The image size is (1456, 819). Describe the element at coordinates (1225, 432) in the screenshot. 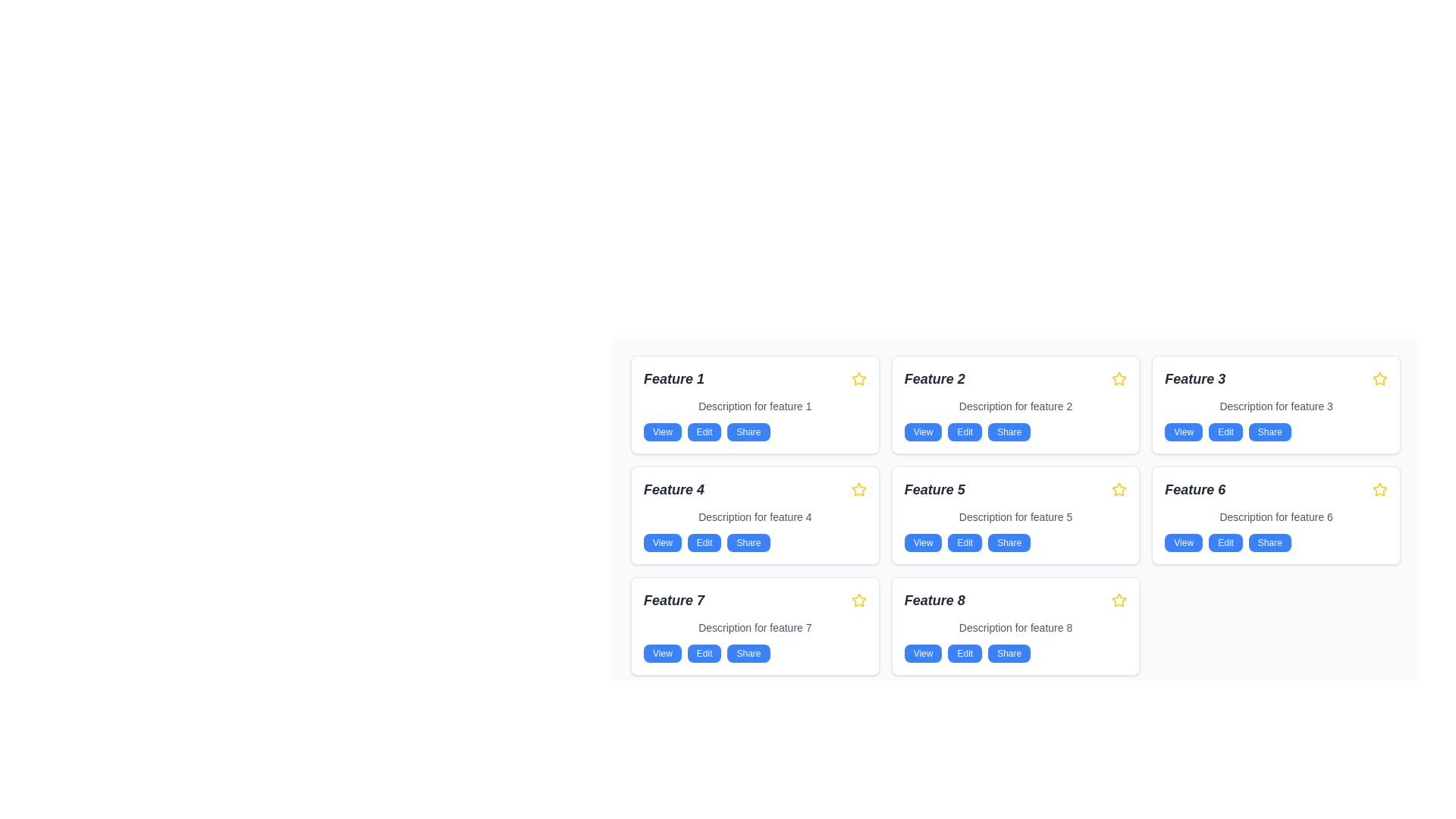

I see `the 'Edit' button with a bright blue background and white text, located in the 'Feature 3' section of the UI` at that location.